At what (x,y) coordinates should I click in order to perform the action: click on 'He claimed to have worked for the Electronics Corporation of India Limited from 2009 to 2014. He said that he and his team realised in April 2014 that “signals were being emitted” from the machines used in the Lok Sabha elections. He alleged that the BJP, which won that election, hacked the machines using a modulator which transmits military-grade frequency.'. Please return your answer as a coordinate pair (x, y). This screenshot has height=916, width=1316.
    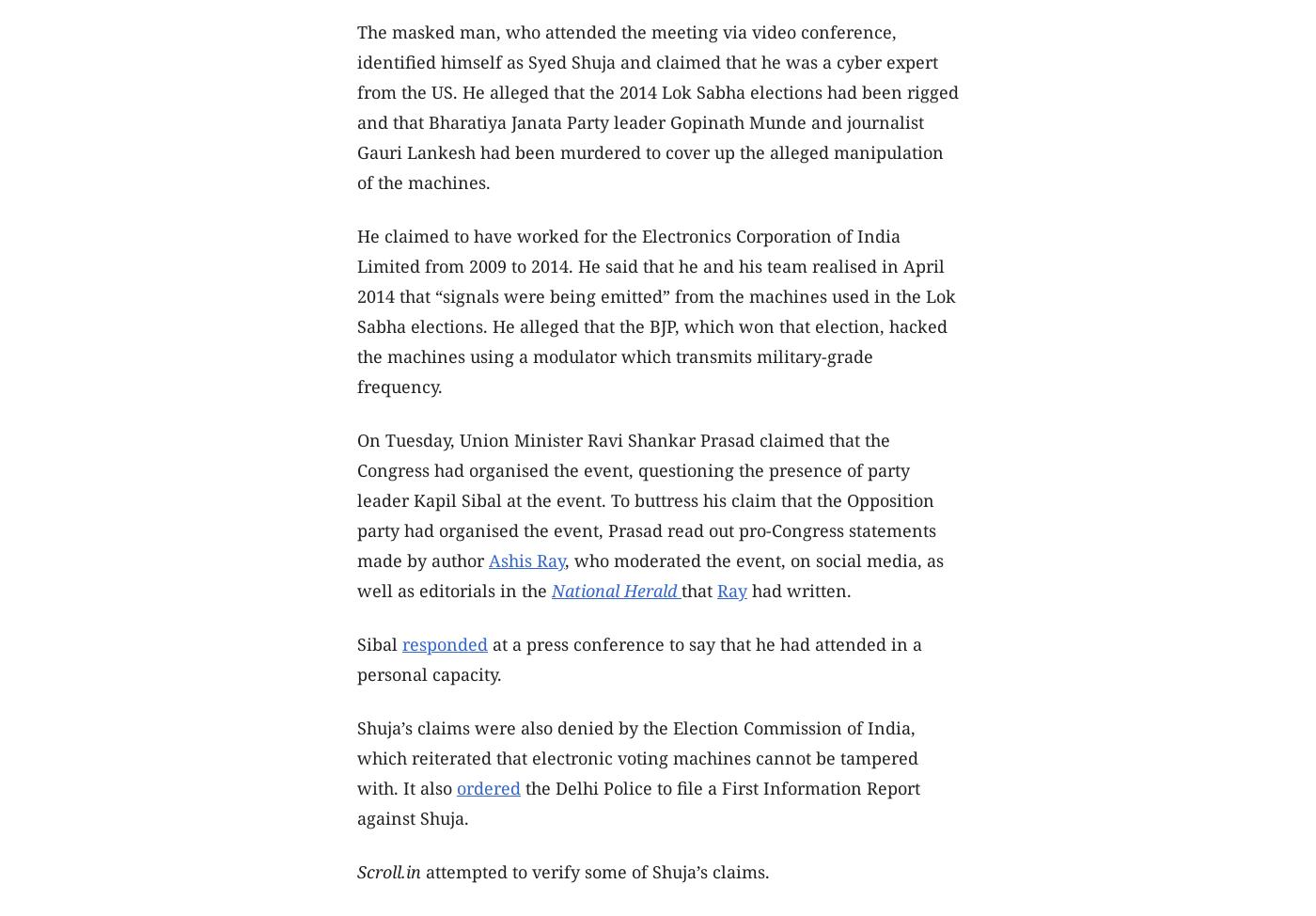
    Looking at the image, I should click on (656, 310).